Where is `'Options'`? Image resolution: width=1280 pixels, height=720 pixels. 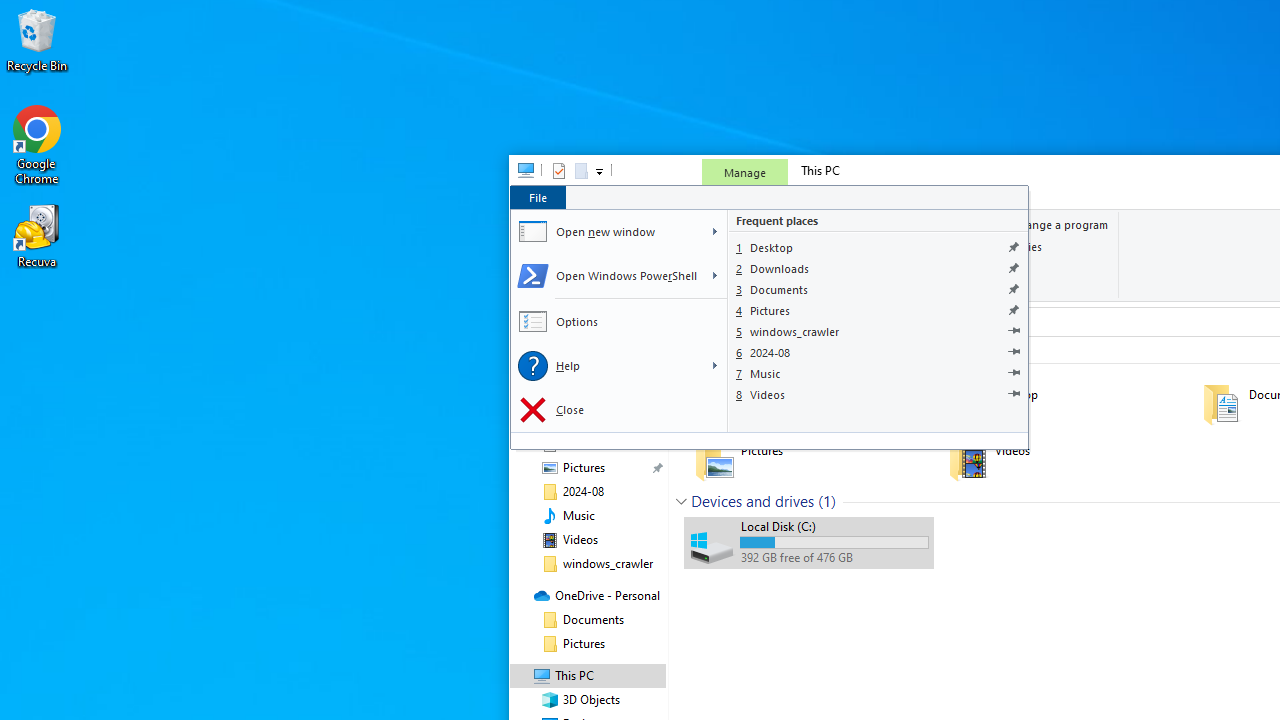 'Options' is located at coordinates (617, 321).